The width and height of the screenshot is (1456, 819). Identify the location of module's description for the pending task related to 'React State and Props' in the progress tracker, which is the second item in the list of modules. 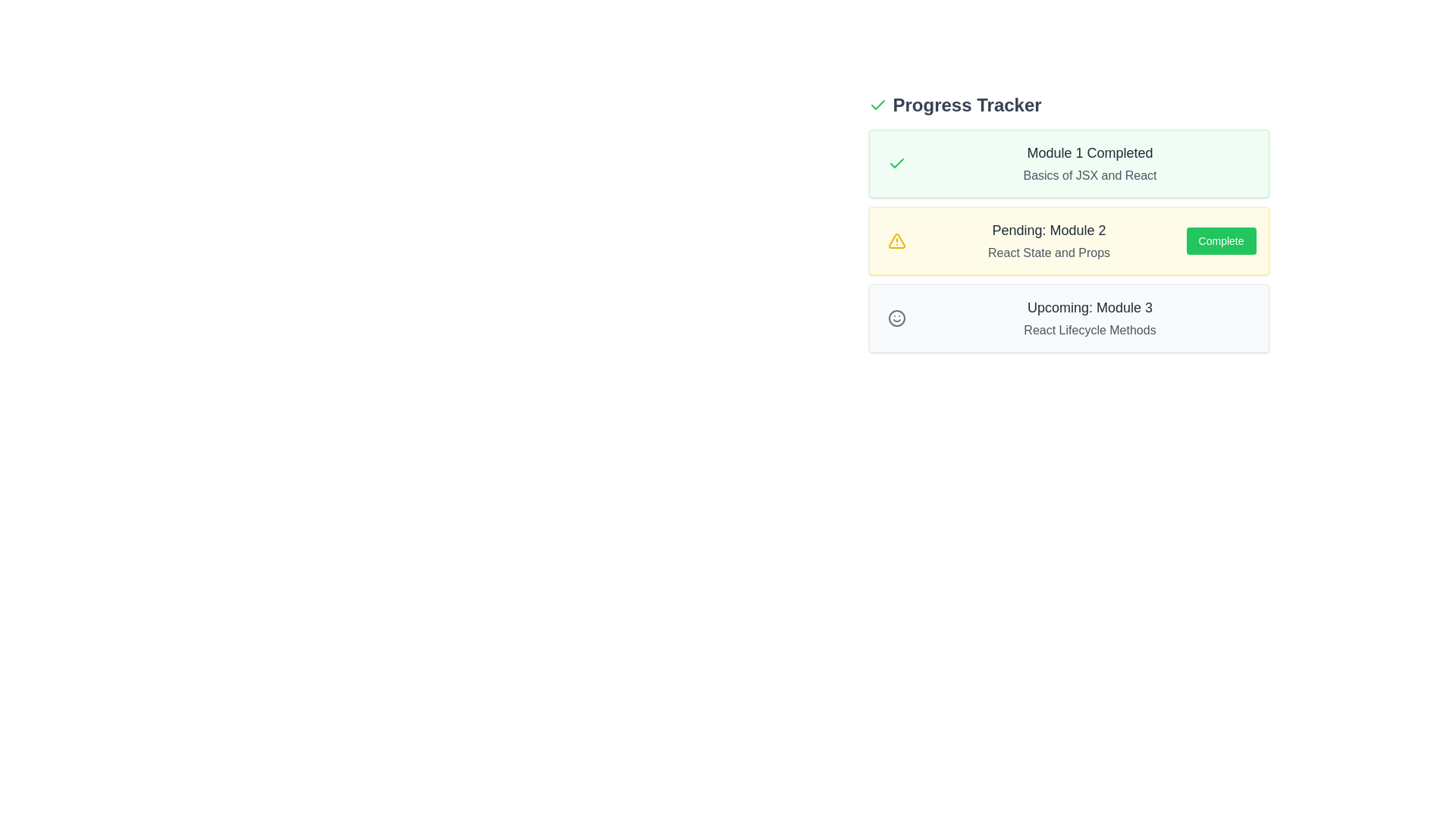
(1068, 240).